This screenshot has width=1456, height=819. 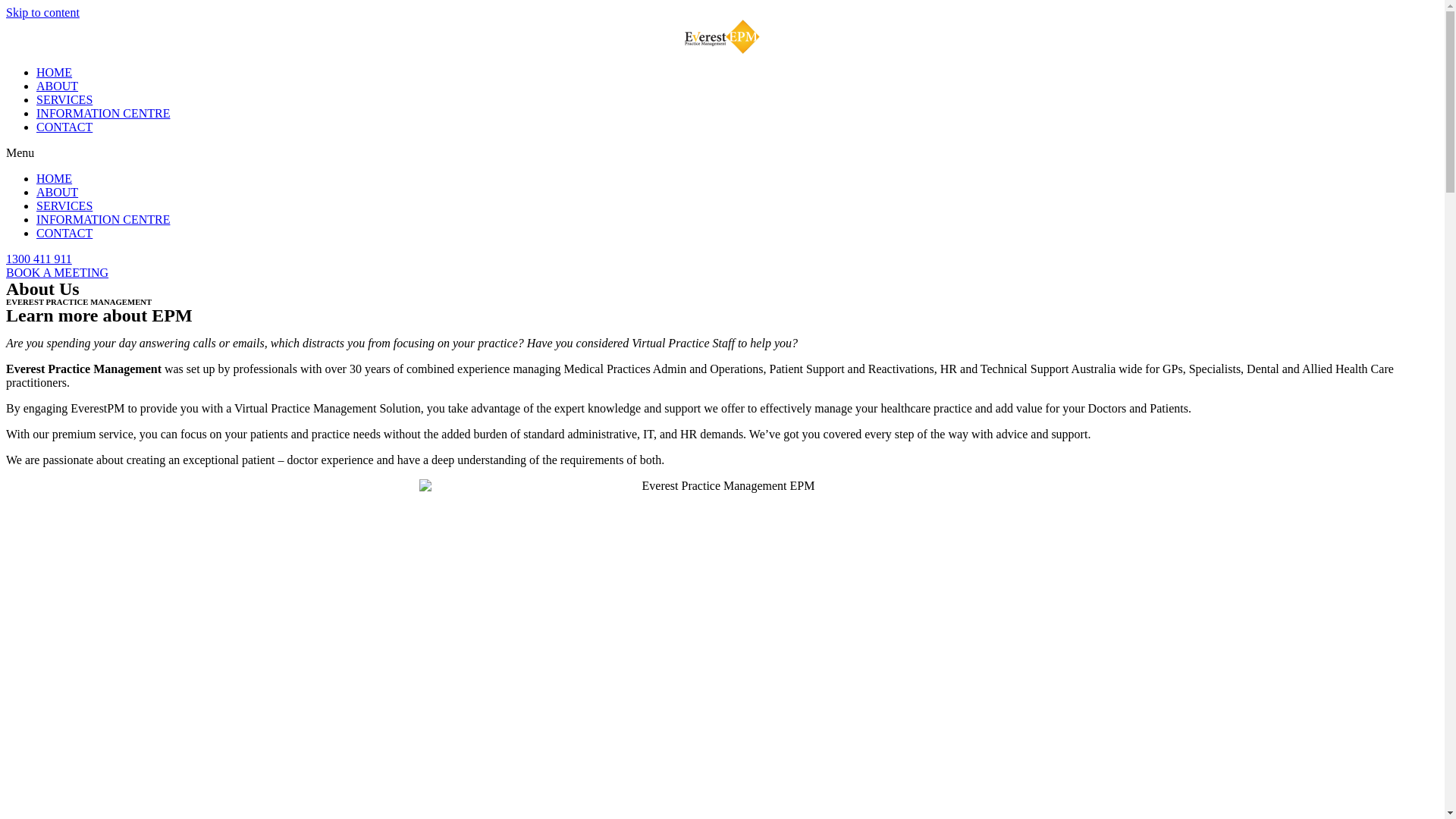 What do you see at coordinates (42, 12) in the screenshot?
I see `'Skip to content'` at bounding box center [42, 12].